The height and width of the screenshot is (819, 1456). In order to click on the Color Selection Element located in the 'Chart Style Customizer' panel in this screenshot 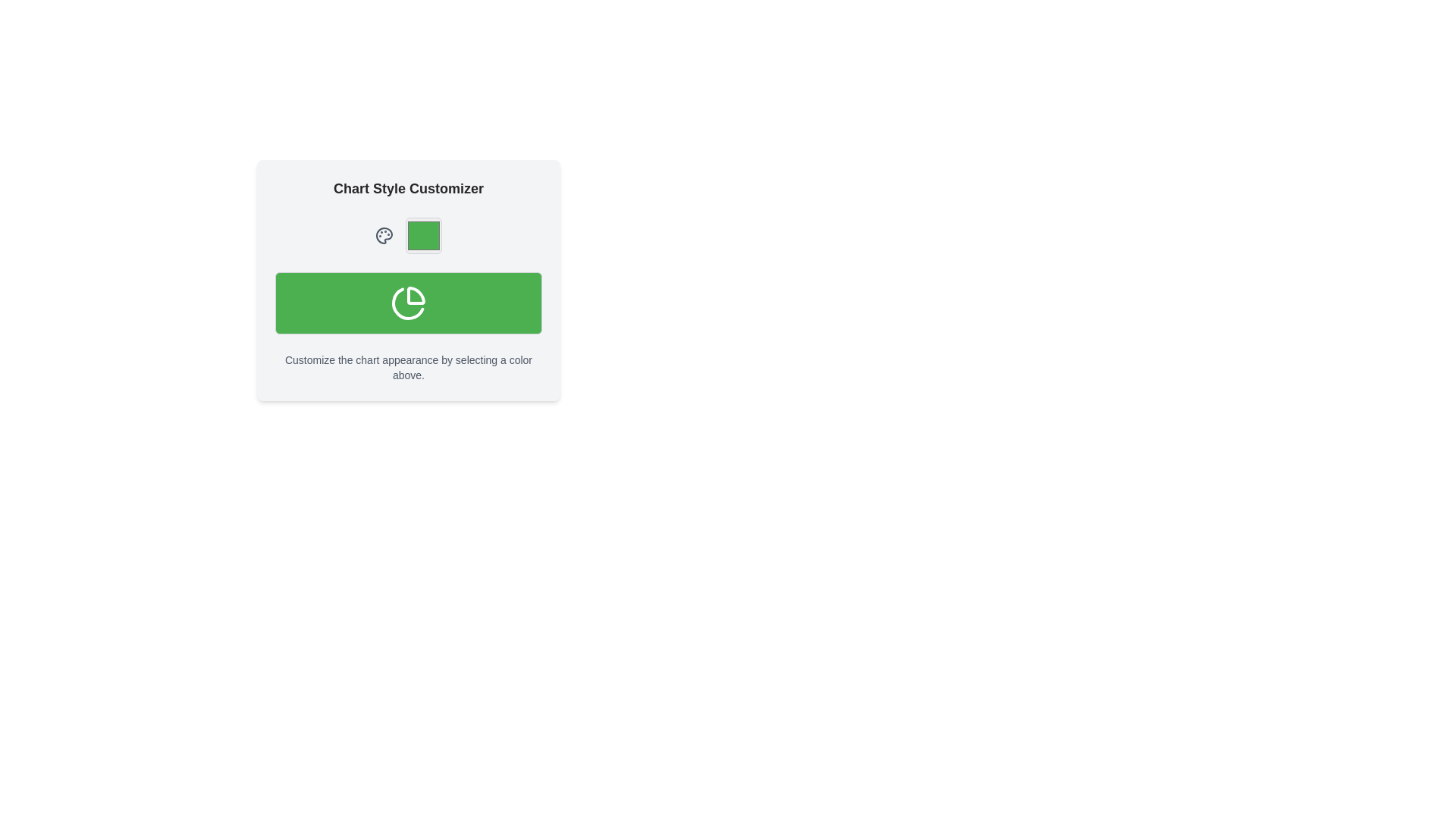, I will do `click(408, 236)`.